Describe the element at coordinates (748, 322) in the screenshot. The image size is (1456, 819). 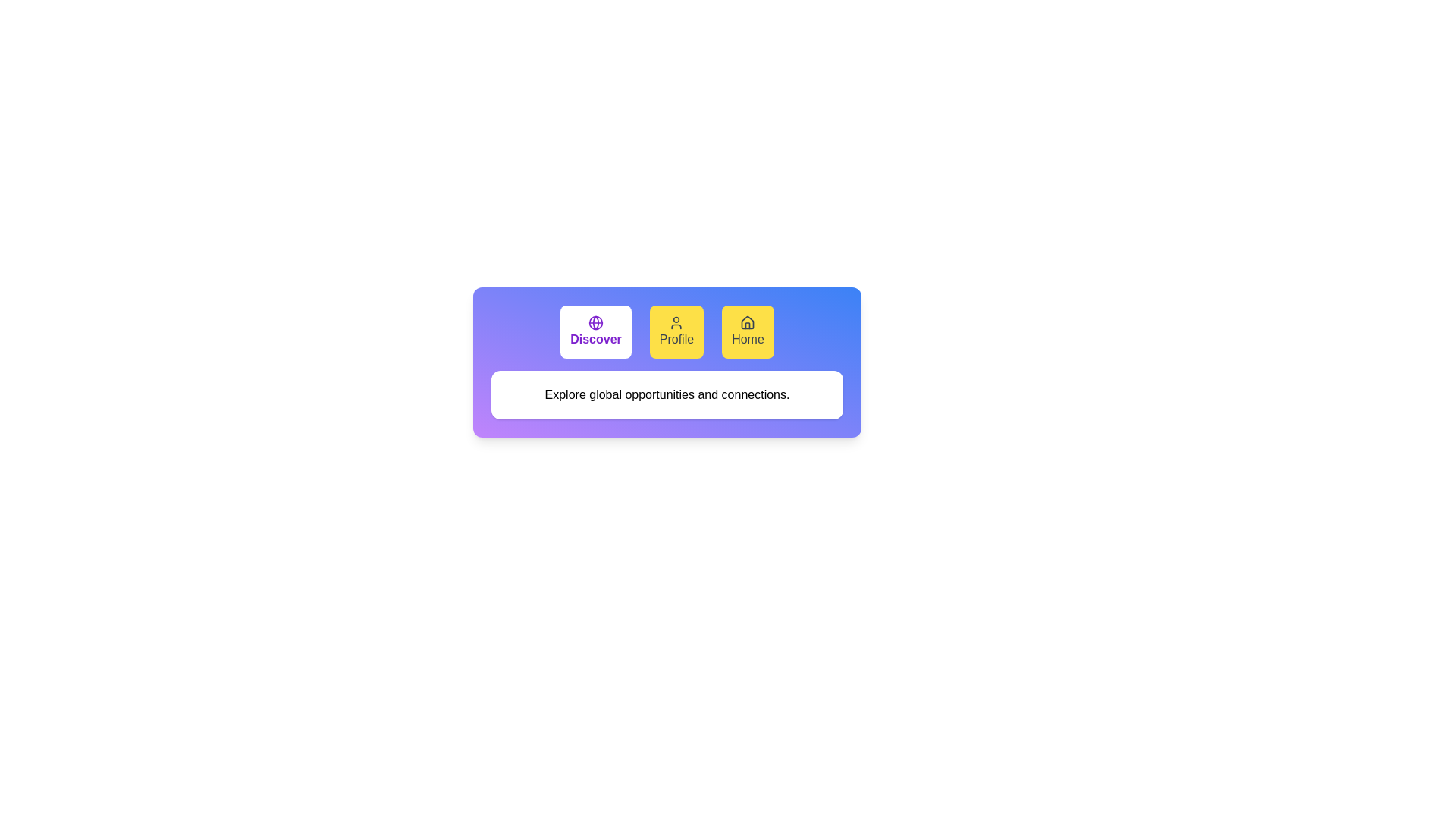
I see `the SVG icon representing a home symbol with a yellow background and light gray outline, located as the third button in a row of three buttons in the header section` at that location.